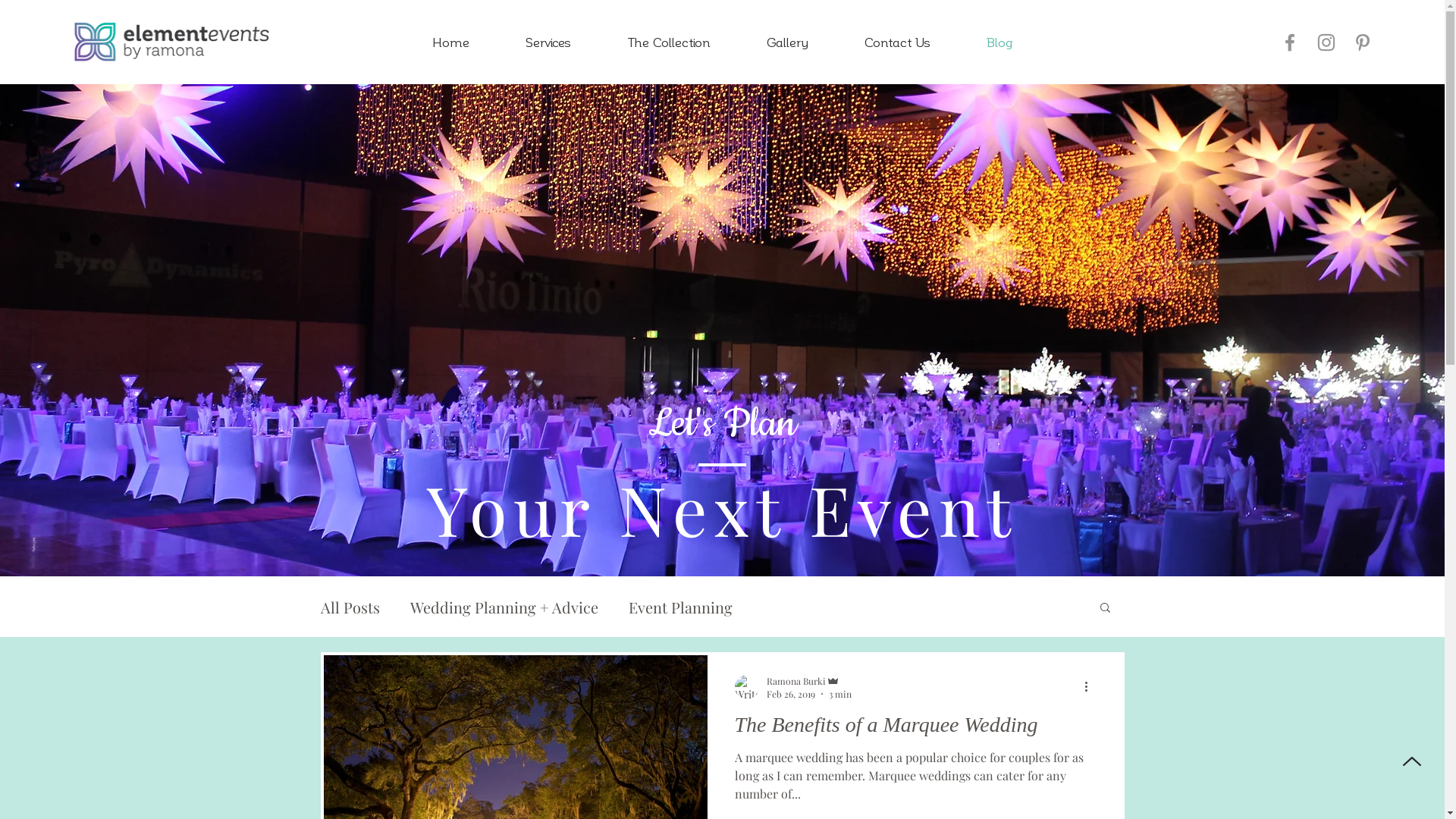 The width and height of the screenshot is (1456, 819). What do you see at coordinates (896, 40) in the screenshot?
I see `'Contact Us'` at bounding box center [896, 40].